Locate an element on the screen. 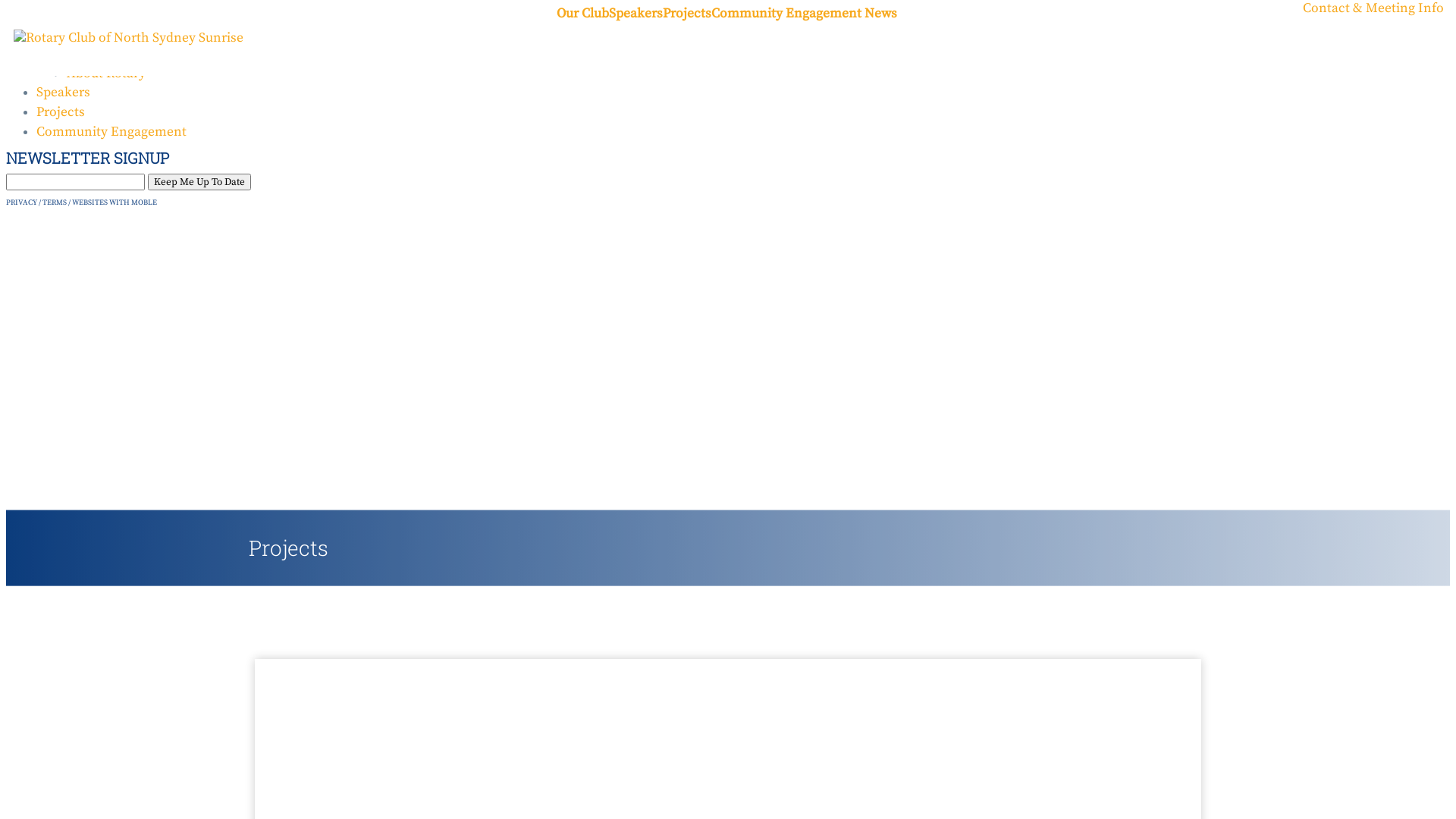 This screenshot has width=1456, height=819. 'WEBSITES WITH MOBLE' is located at coordinates (71, 201).